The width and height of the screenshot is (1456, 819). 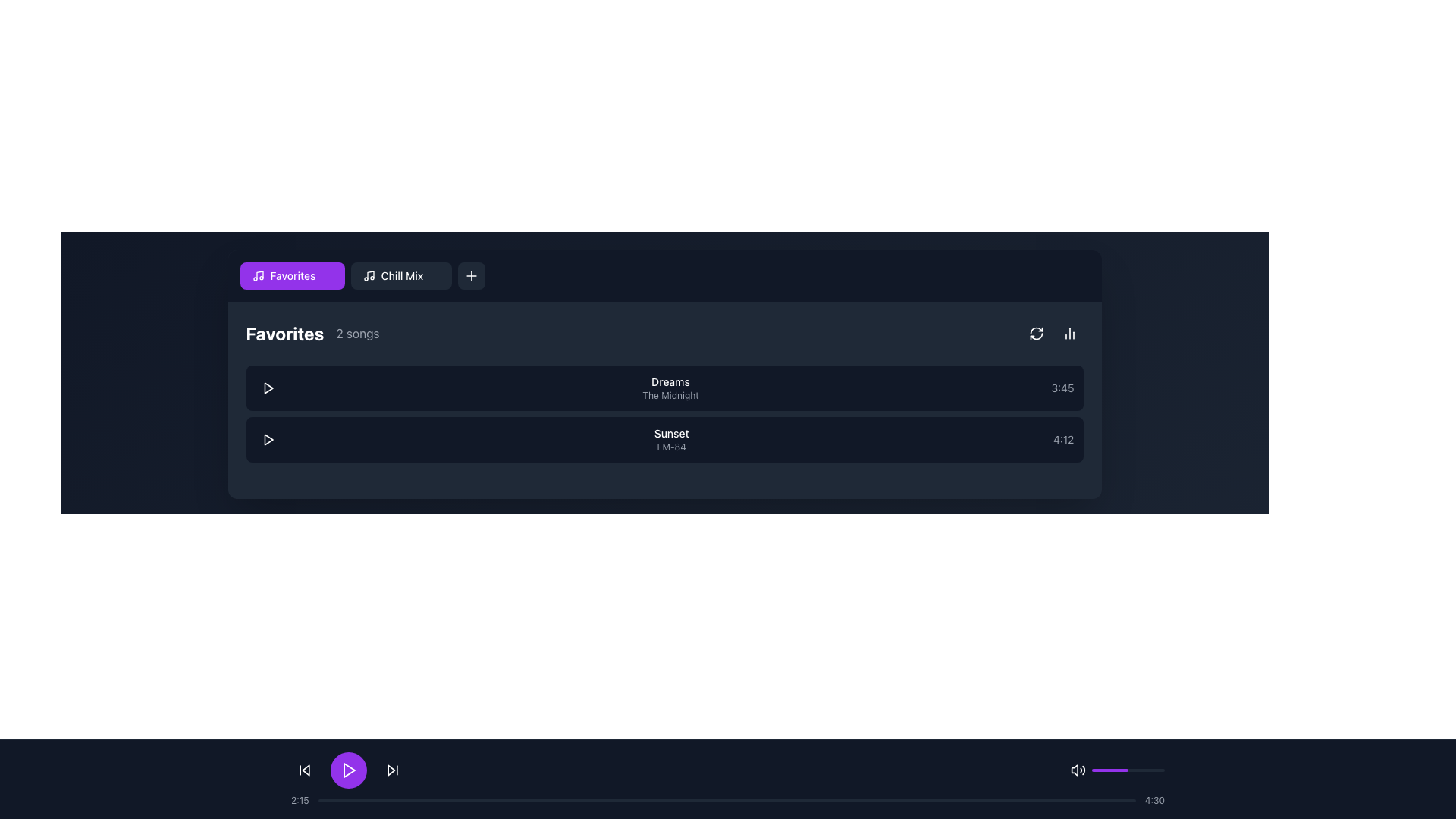 I want to click on the playback position, so click(x=941, y=800).